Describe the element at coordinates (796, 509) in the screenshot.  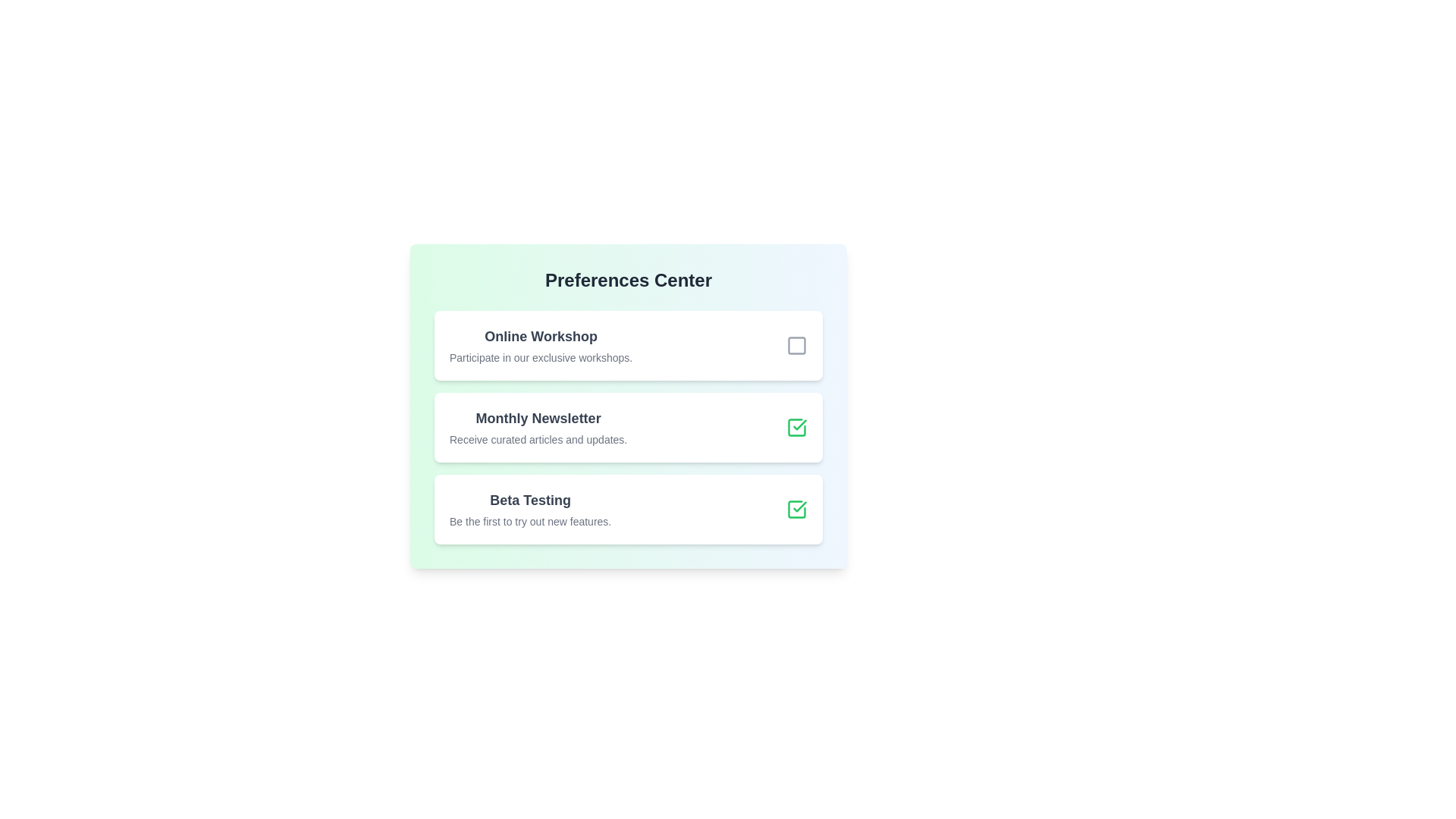
I see `the rectangular outline shape of the checkbox for the 'Monthly Newsletter' option in the 'Preferences Center' section` at that location.